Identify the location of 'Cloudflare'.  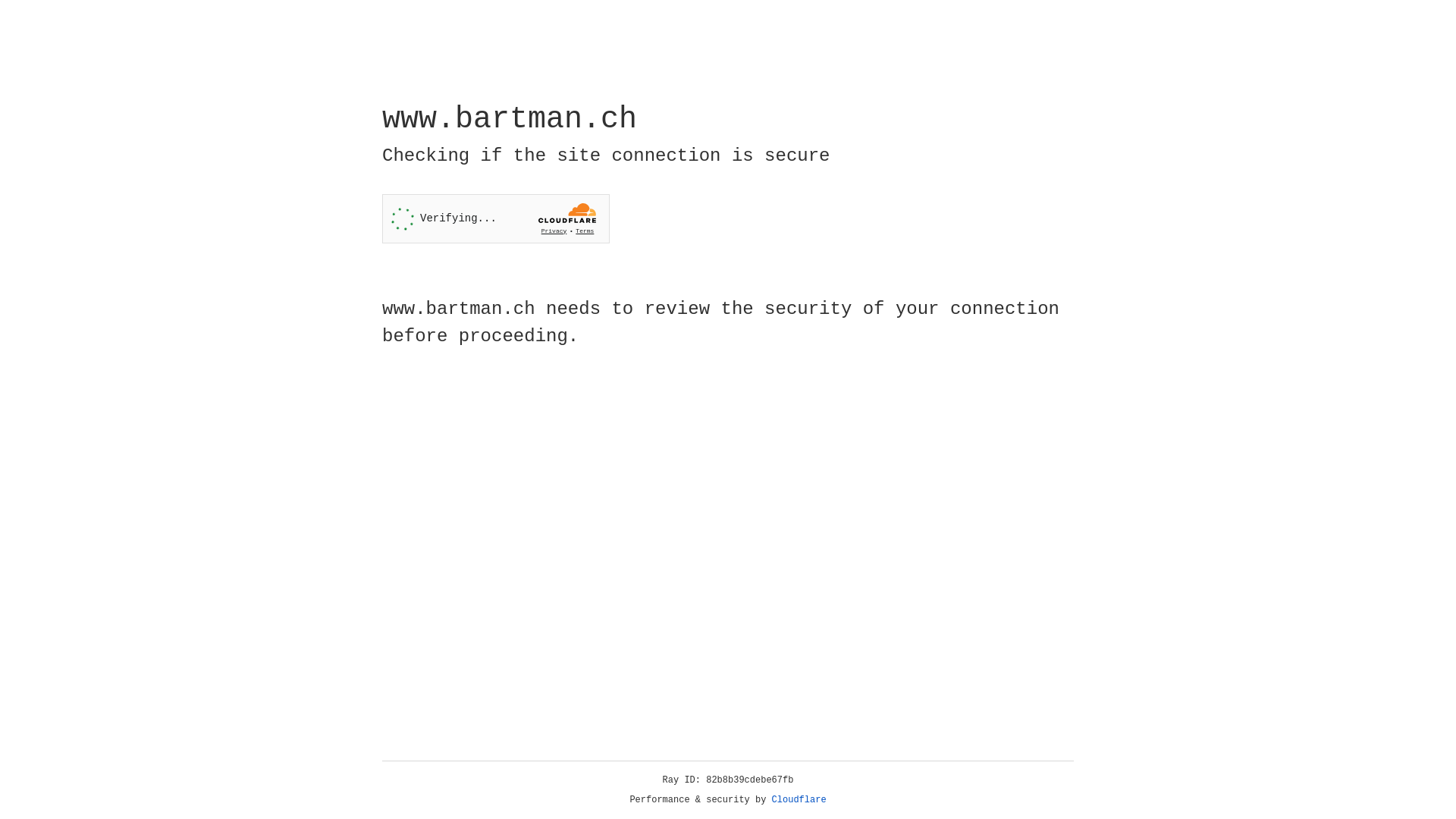
(799, 799).